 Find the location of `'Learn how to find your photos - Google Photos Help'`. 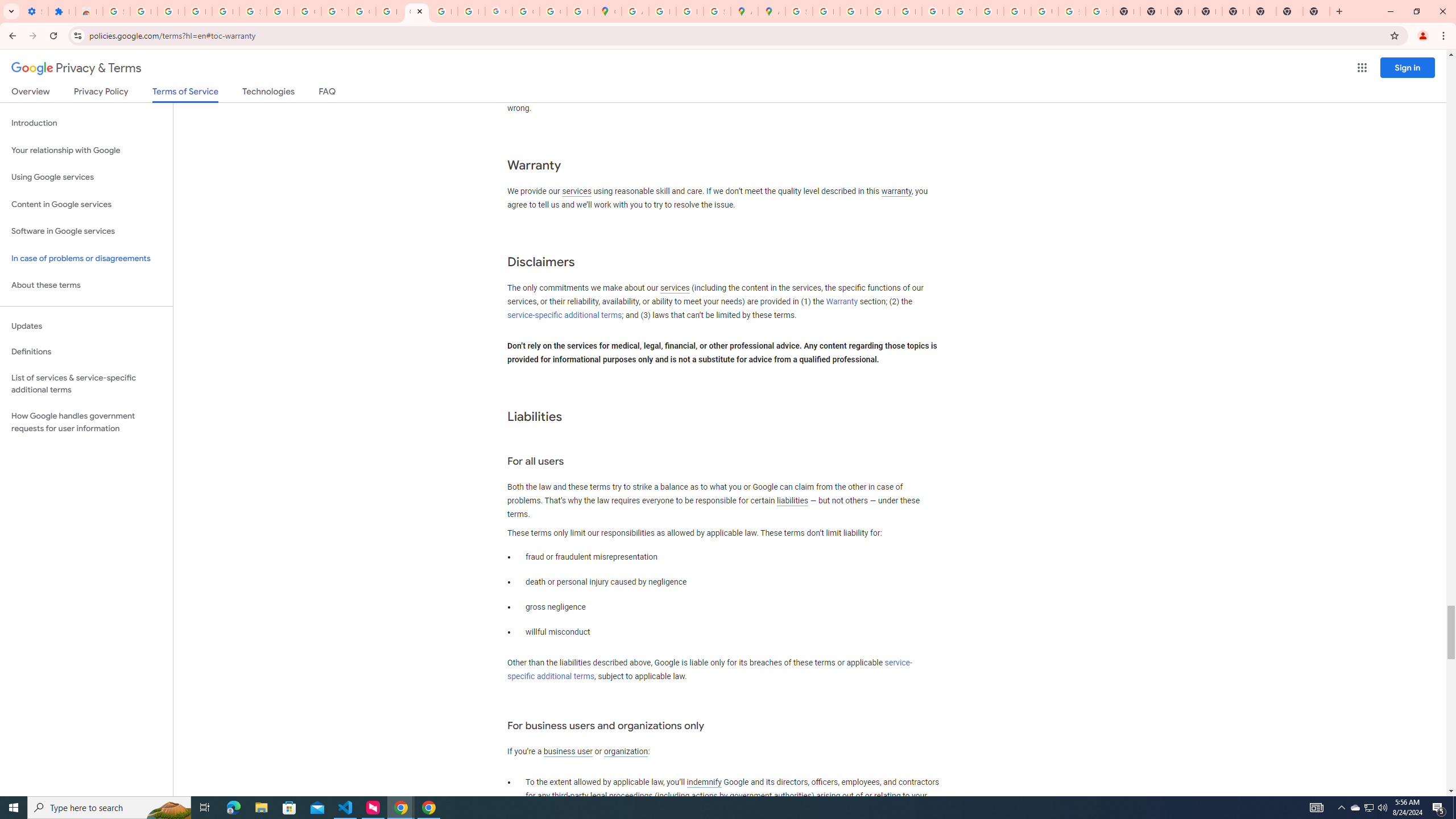

'Learn how to find your photos - Google Photos Help' is located at coordinates (197, 11).